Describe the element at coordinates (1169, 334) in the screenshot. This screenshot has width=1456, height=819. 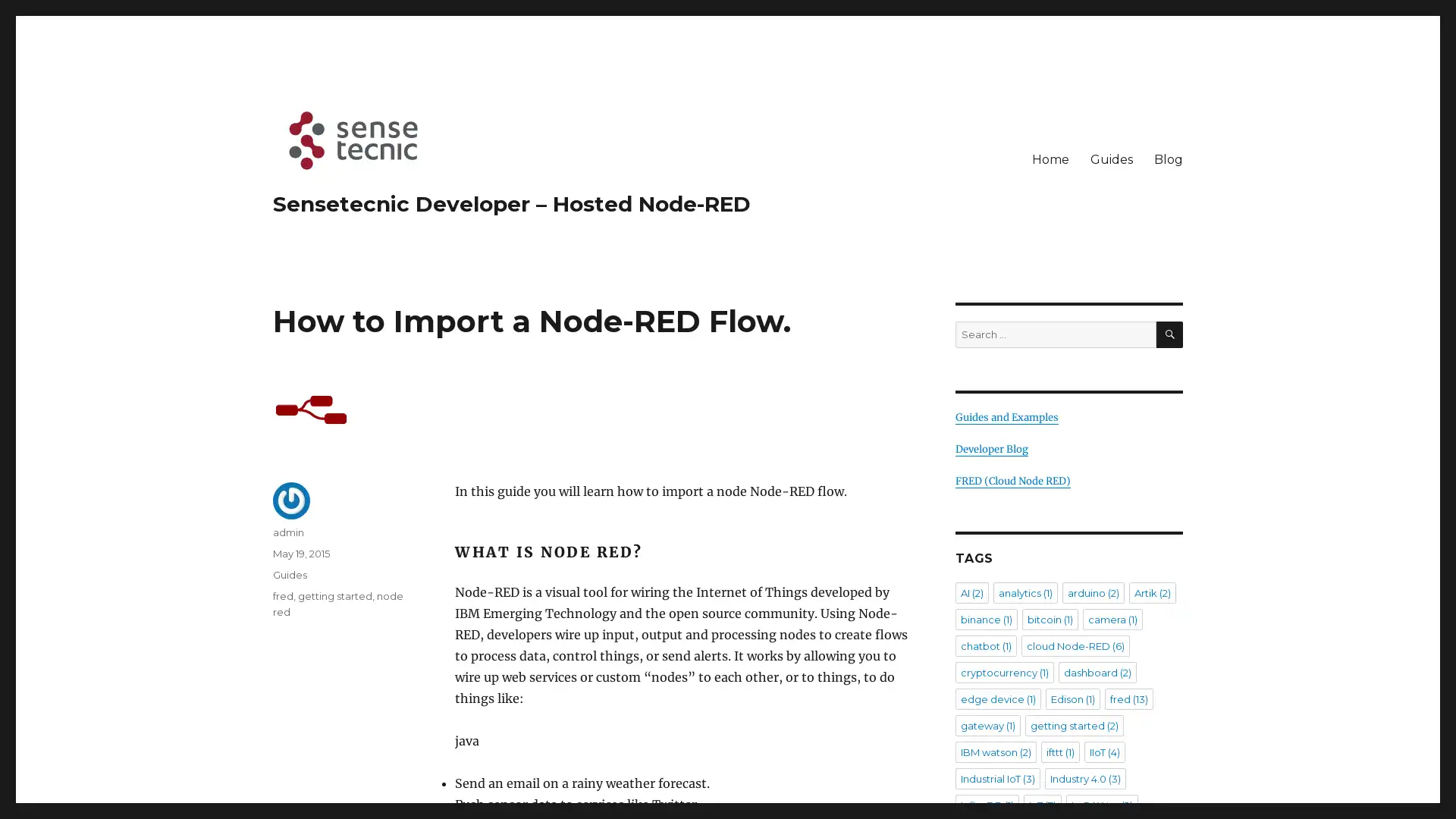
I see `SEARCH` at that location.